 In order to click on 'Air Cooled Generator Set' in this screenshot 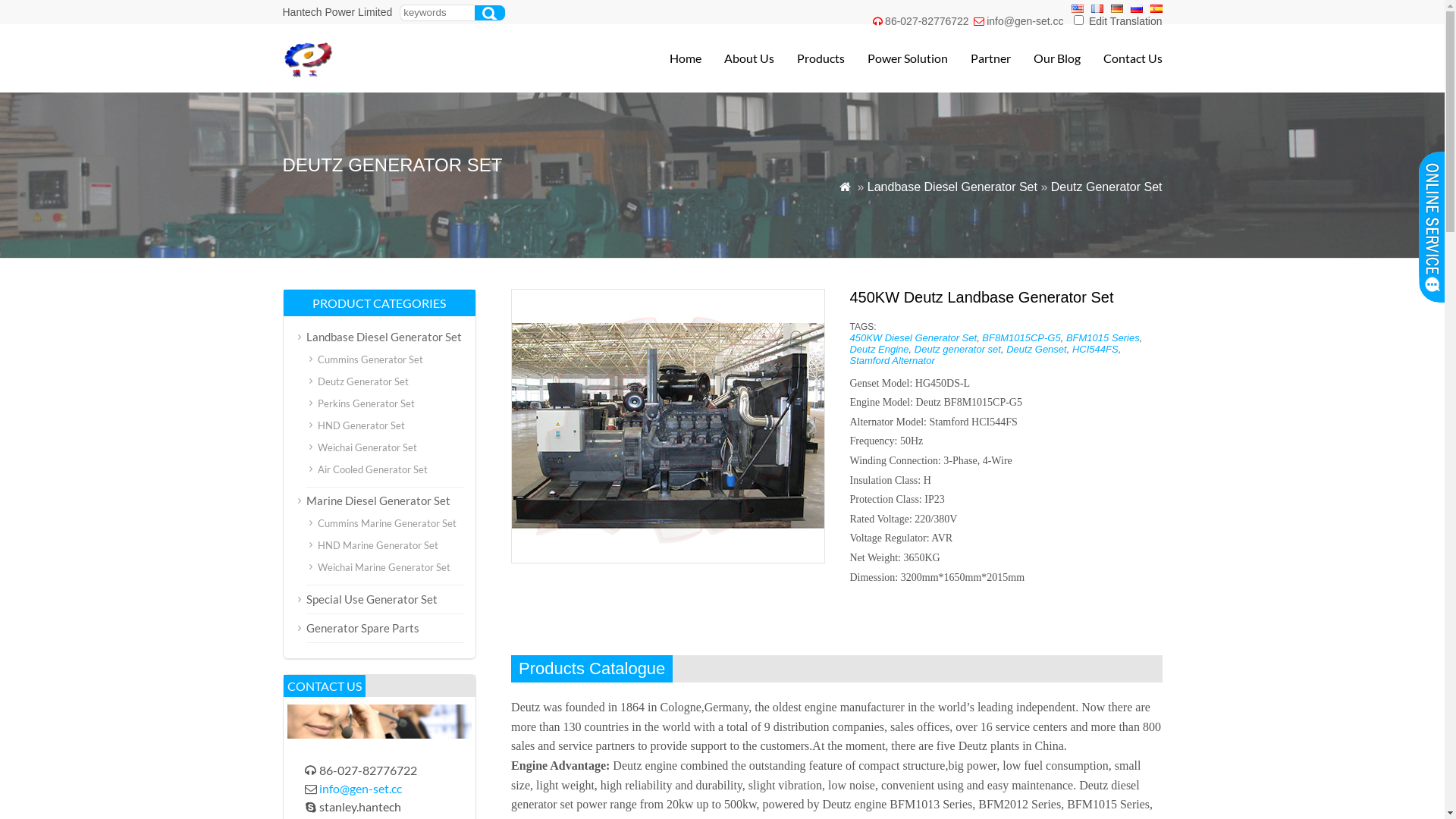, I will do `click(315, 468)`.